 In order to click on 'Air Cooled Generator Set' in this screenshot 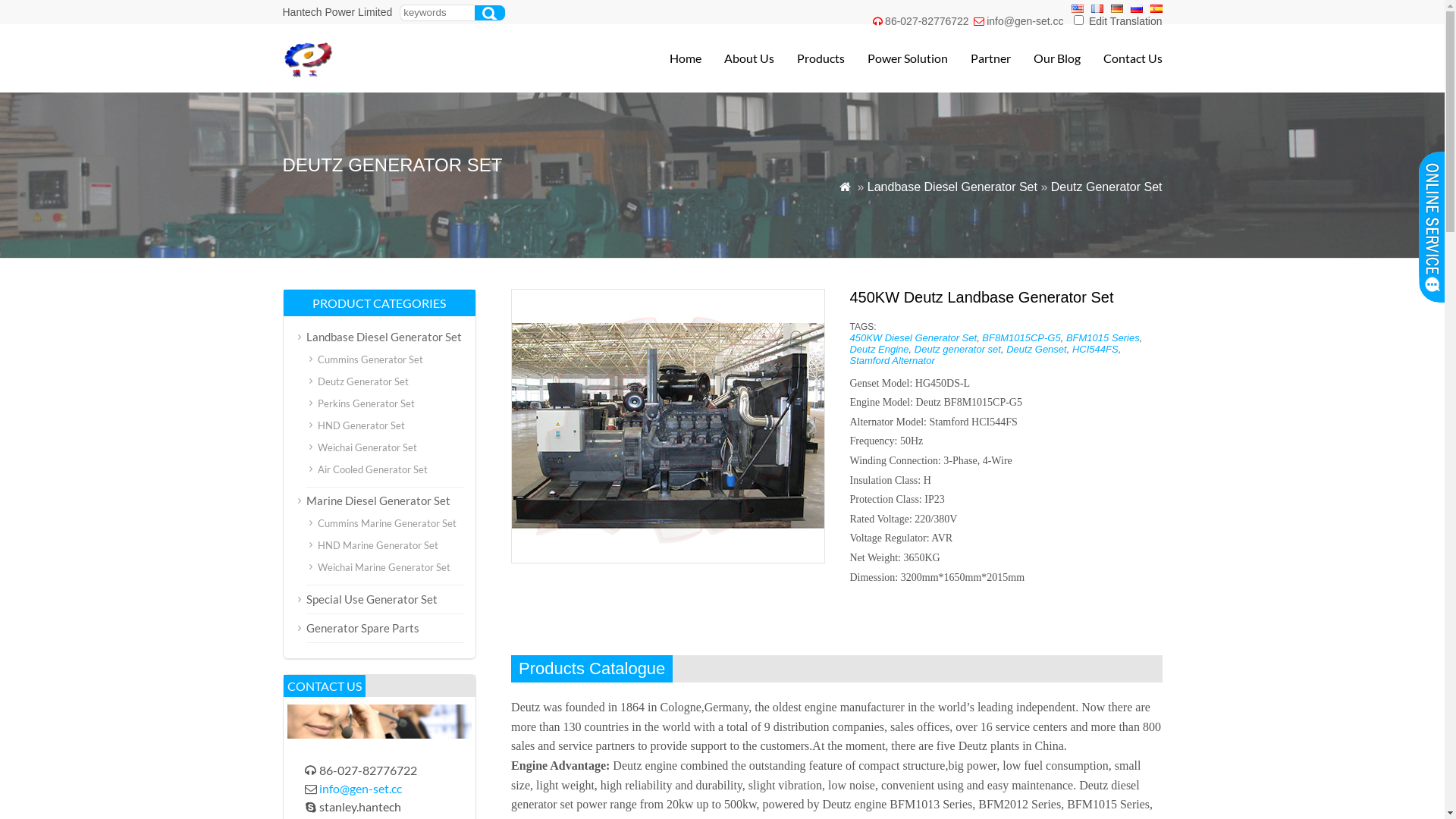, I will do `click(315, 468)`.